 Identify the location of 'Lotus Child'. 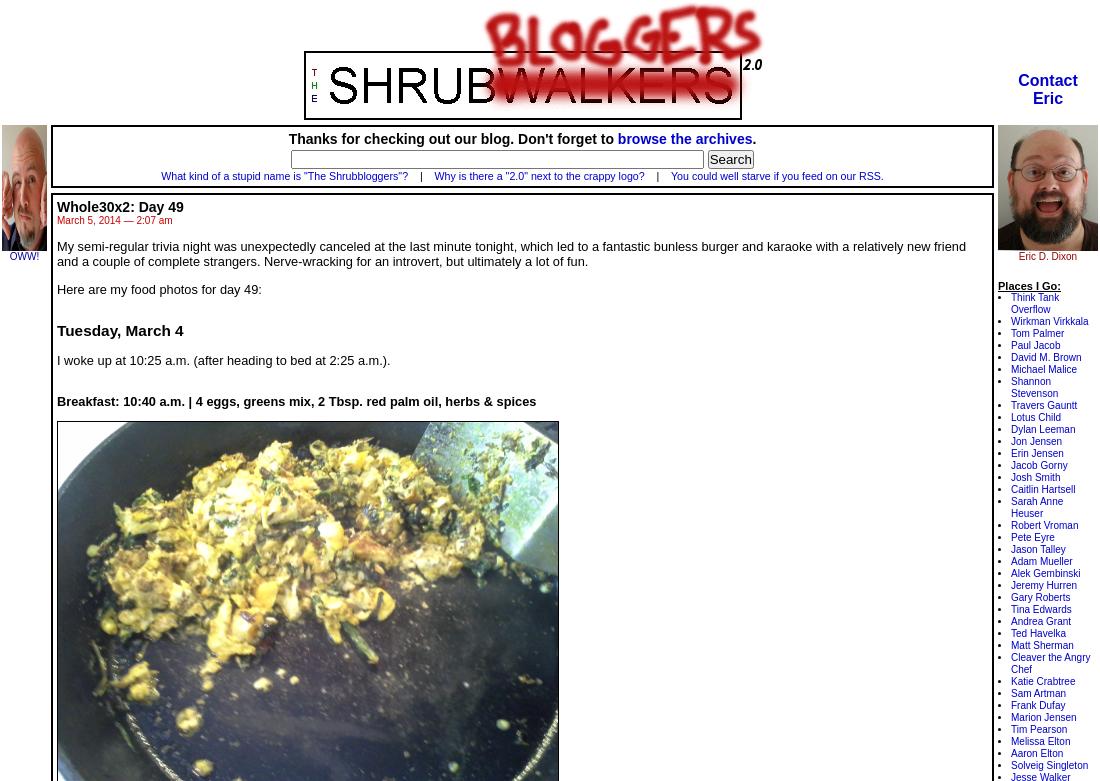
(1035, 416).